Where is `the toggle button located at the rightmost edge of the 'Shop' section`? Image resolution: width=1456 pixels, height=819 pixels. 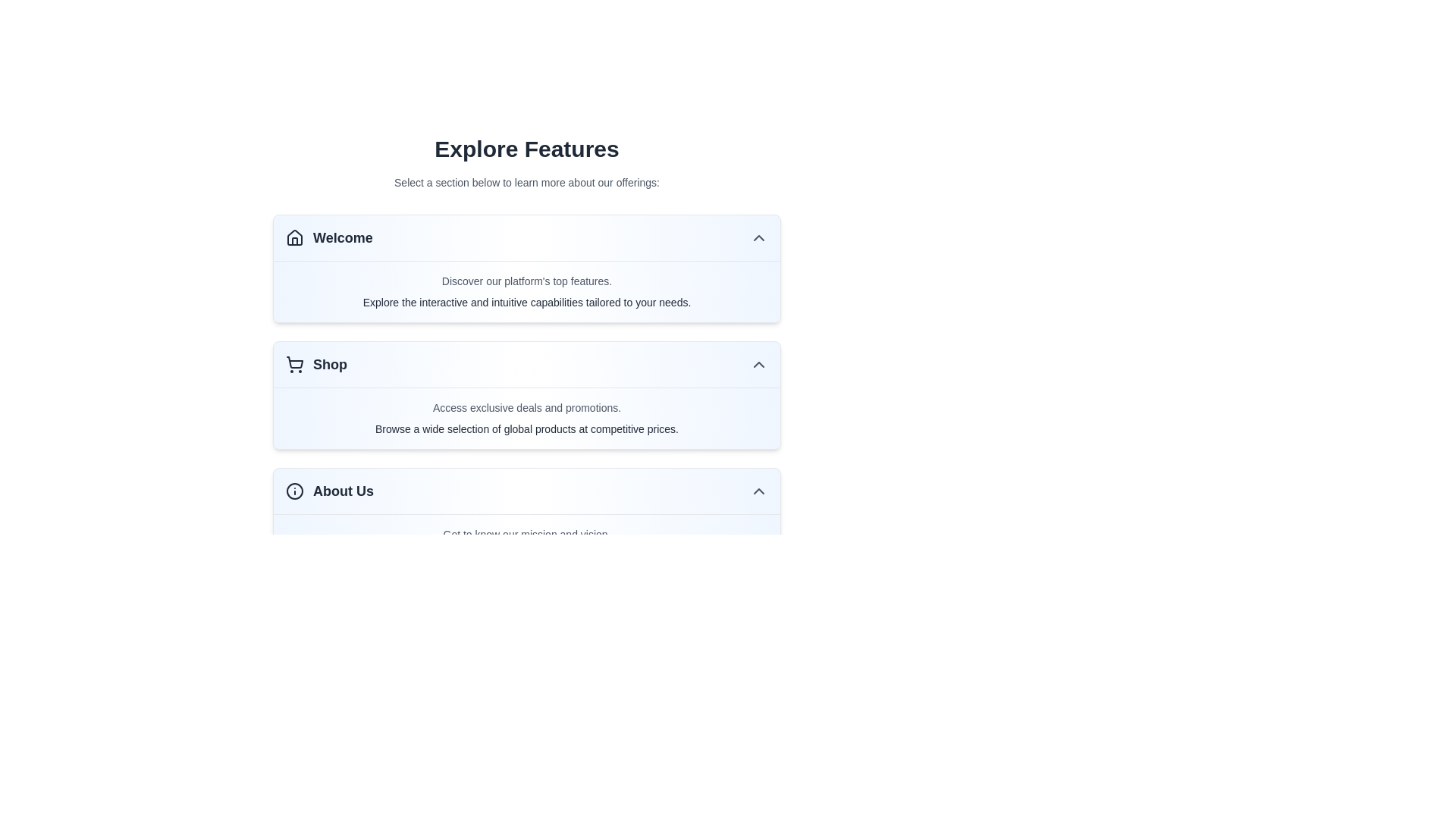 the toggle button located at the rightmost edge of the 'Shop' section is located at coordinates (759, 365).